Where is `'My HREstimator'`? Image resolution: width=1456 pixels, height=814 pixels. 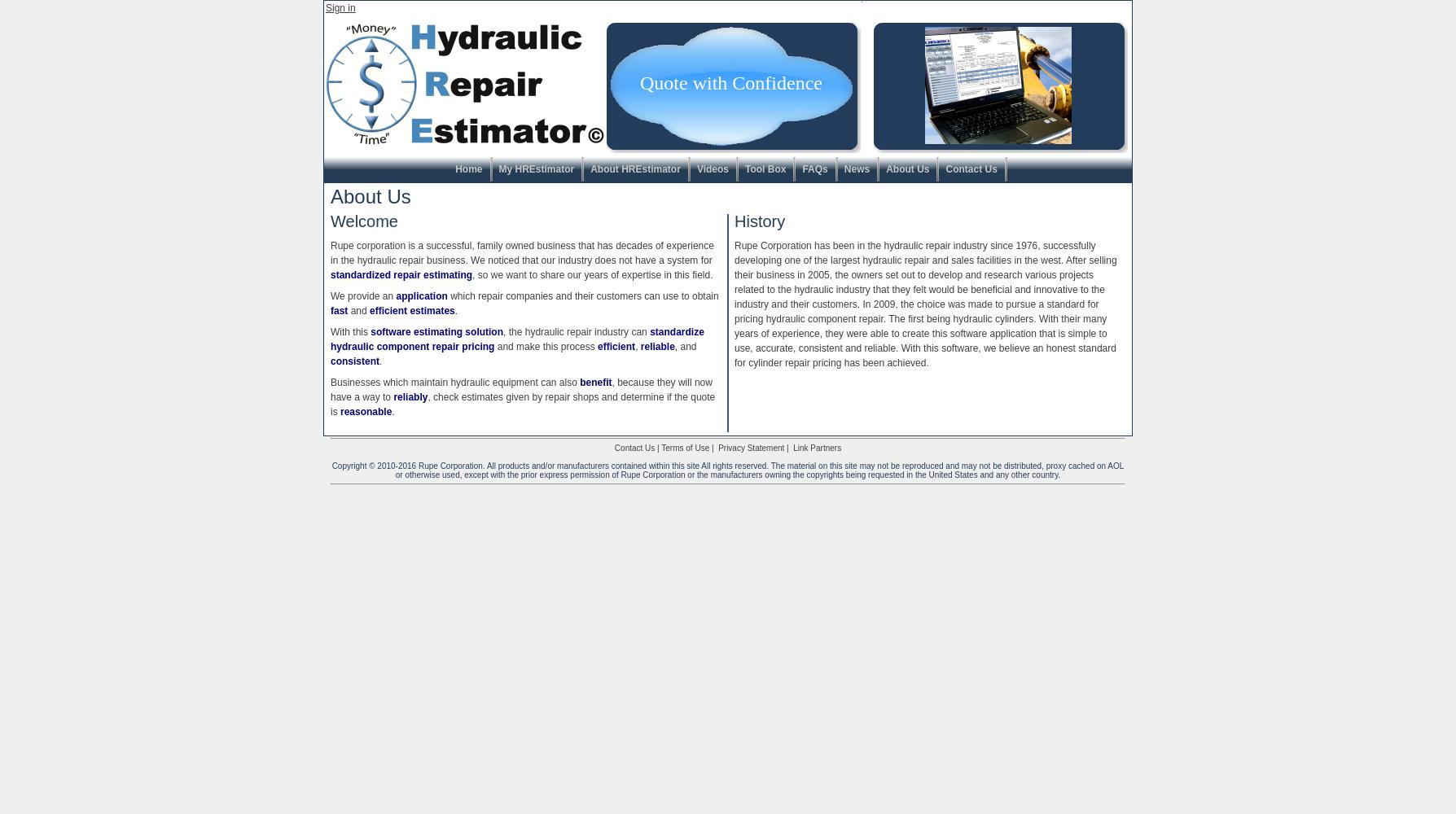 'My HREstimator' is located at coordinates (498, 168).